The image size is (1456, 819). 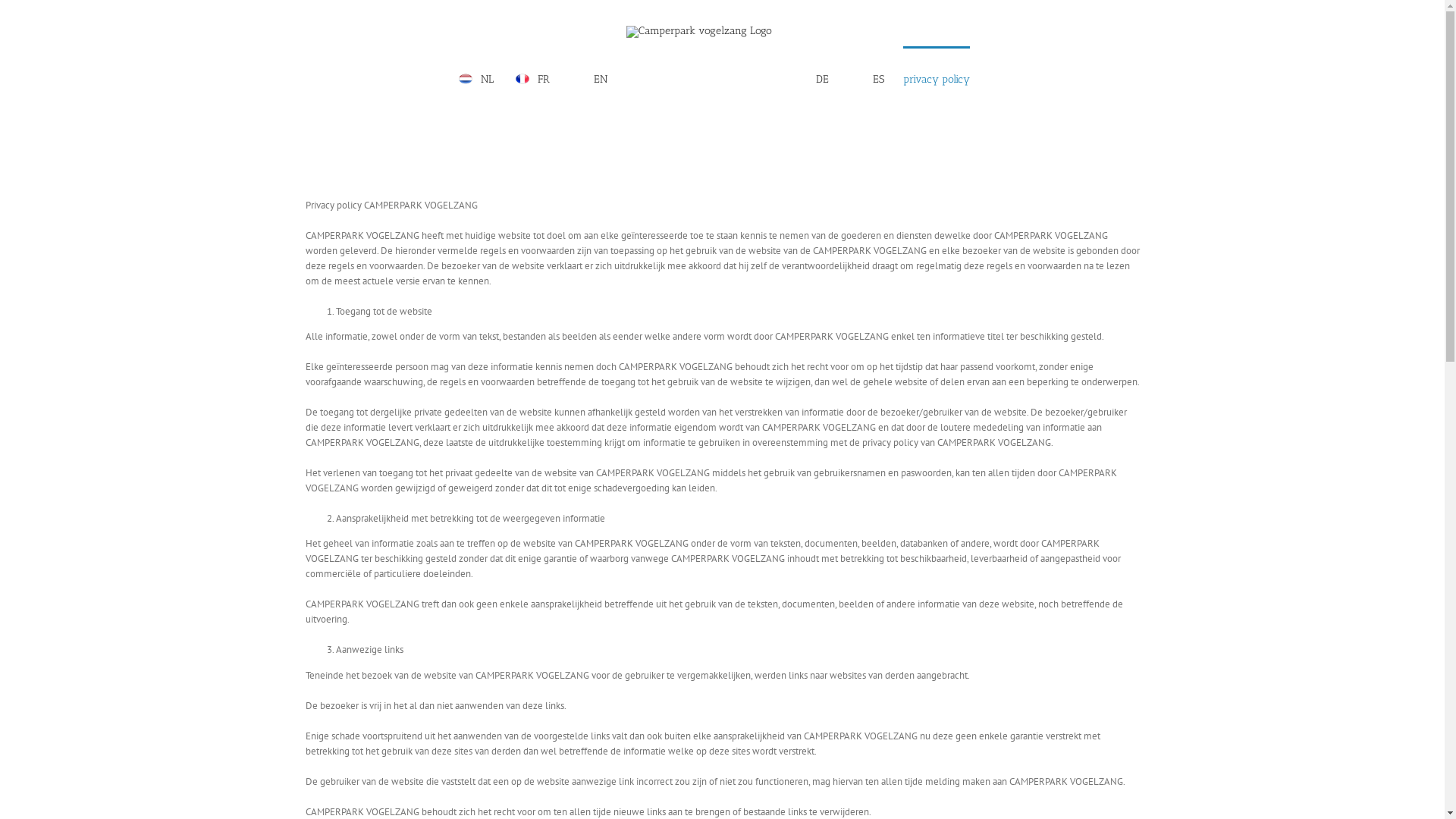 I want to click on 'france_640', so click(x=522, y=79).